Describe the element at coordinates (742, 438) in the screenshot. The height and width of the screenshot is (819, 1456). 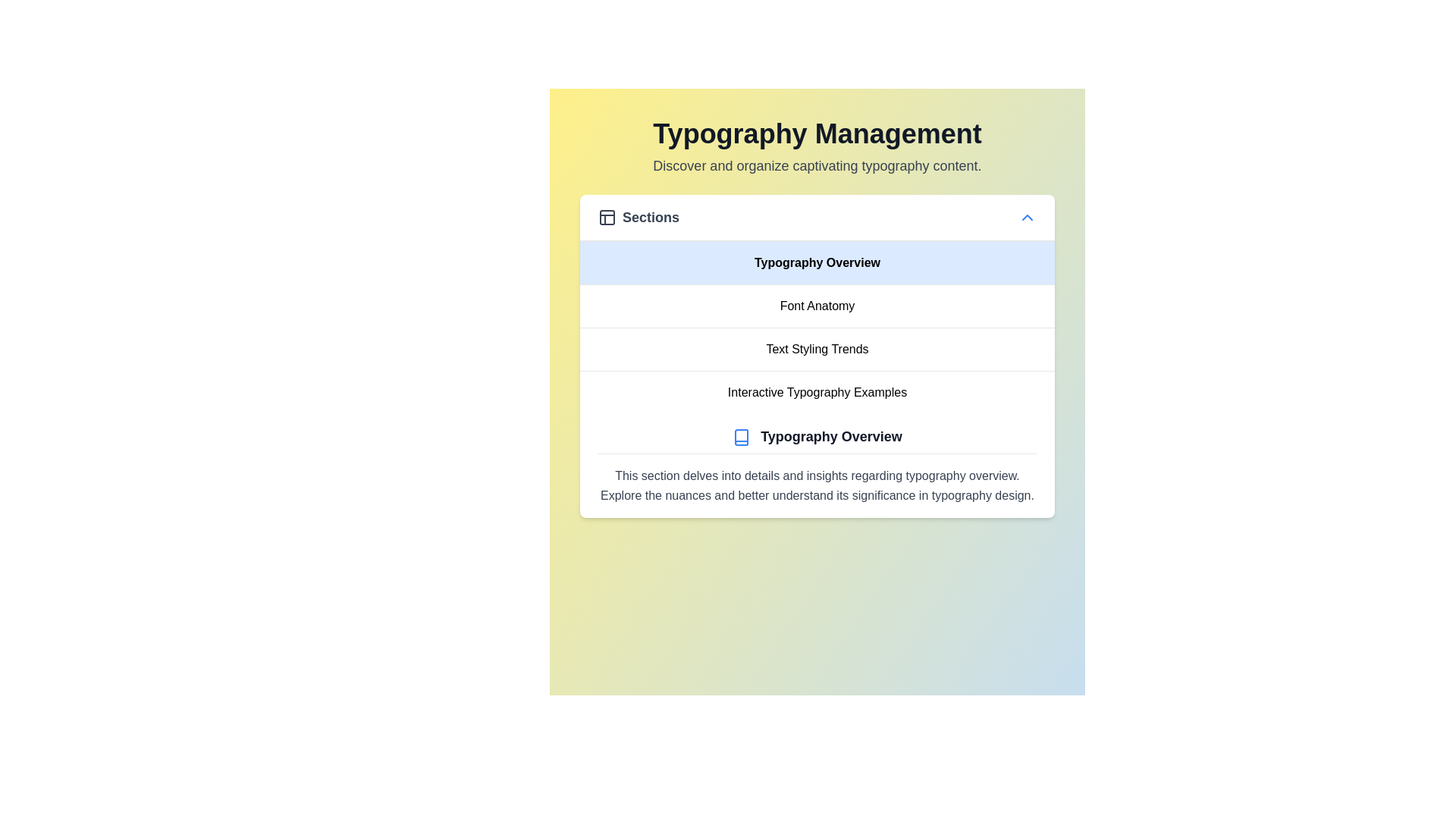
I see `the blue book icon SVG element located inline before the text 'Typography Overview'` at that location.